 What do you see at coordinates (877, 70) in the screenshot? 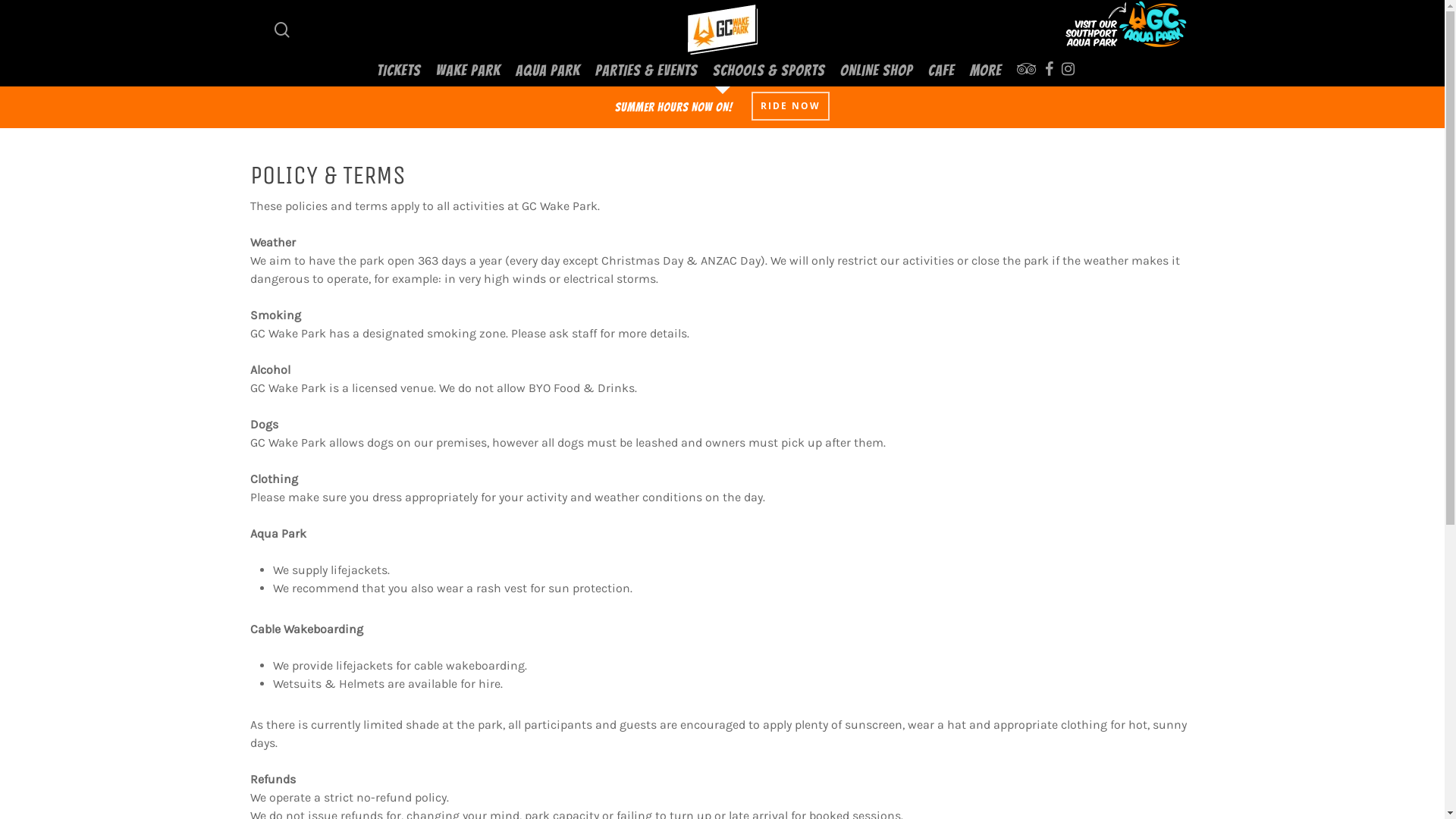
I see `'ONLINE SHOP'` at bounding box center [877, 70].